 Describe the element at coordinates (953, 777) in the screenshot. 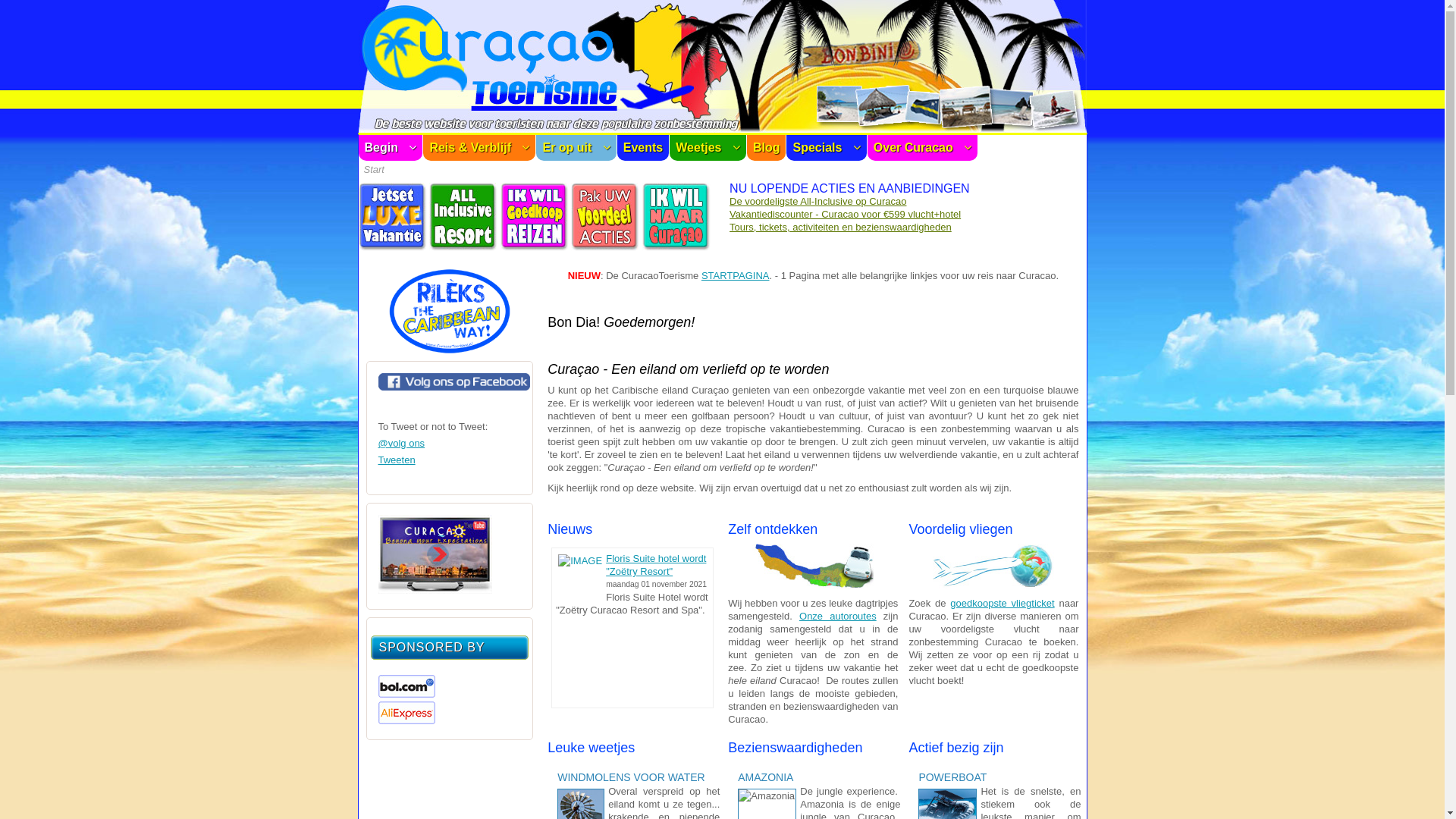

I see `'POWERBOAT'` at that location.